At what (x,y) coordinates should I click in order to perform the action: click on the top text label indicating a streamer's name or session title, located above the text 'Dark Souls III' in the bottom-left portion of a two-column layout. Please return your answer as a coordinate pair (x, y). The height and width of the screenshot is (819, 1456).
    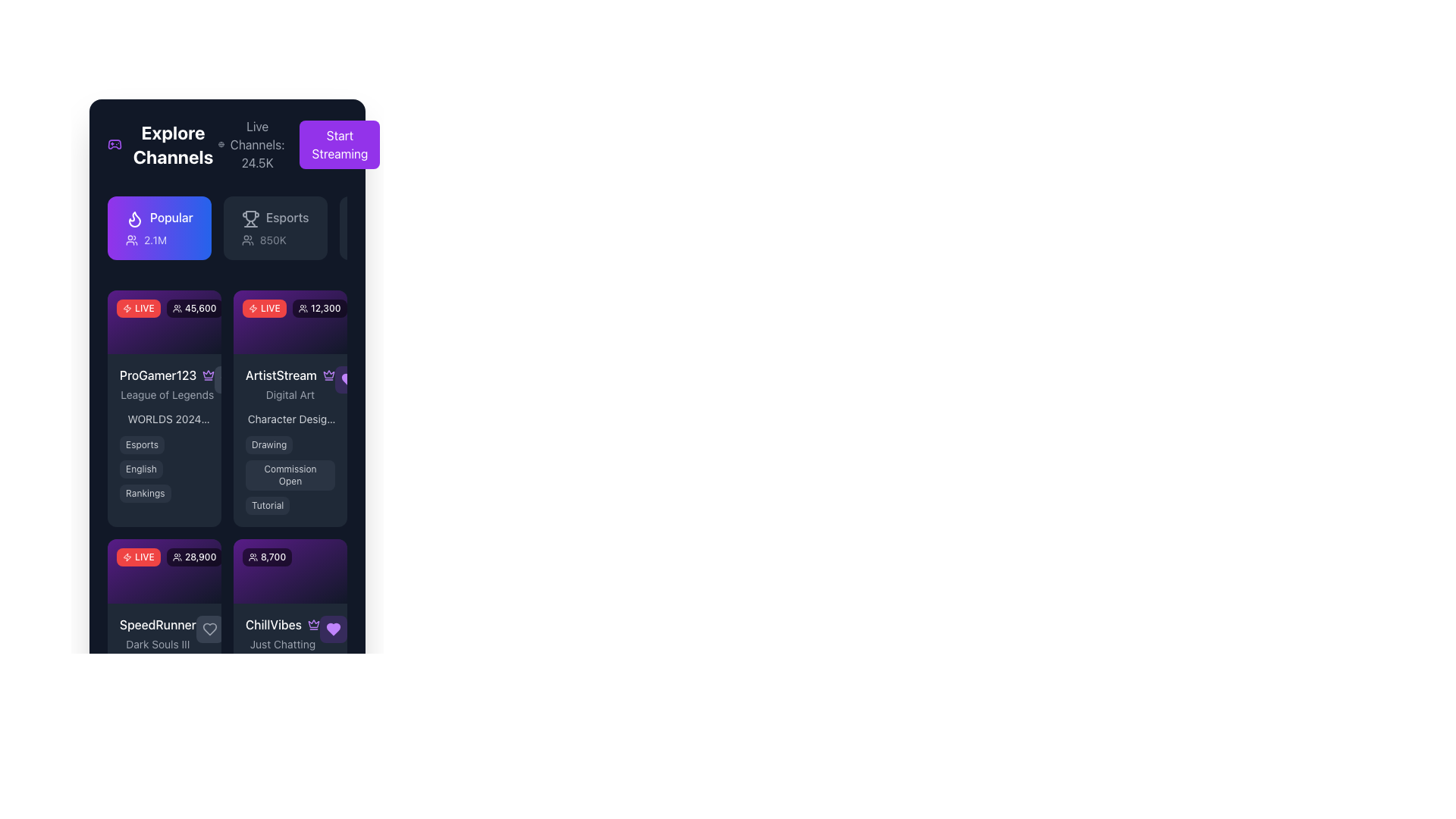
    Looking at the image, I should click on (158, 624).